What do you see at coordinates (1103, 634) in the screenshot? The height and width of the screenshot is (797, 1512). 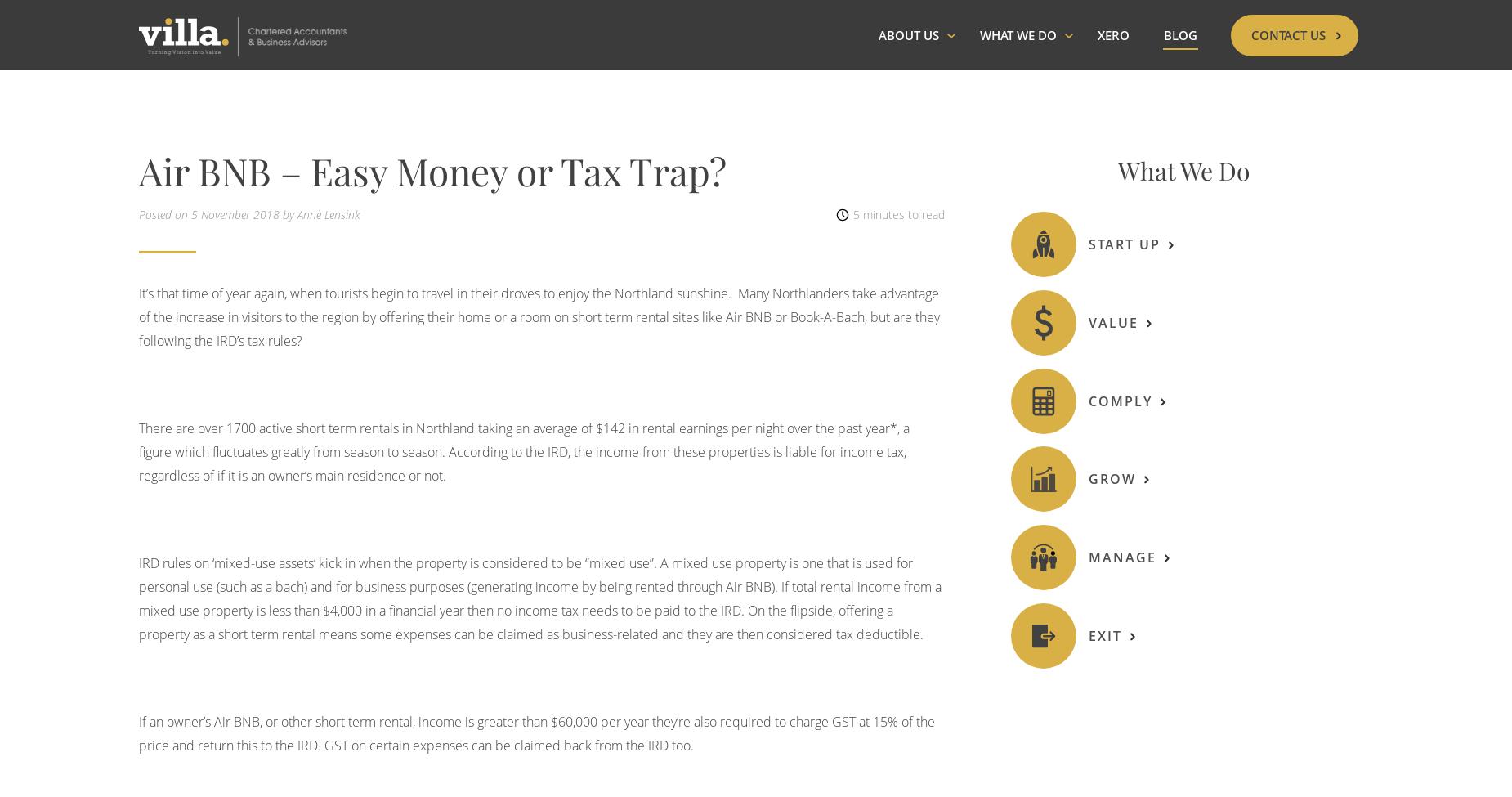 I see `'Exit'` at bounding box center [1103, 634].